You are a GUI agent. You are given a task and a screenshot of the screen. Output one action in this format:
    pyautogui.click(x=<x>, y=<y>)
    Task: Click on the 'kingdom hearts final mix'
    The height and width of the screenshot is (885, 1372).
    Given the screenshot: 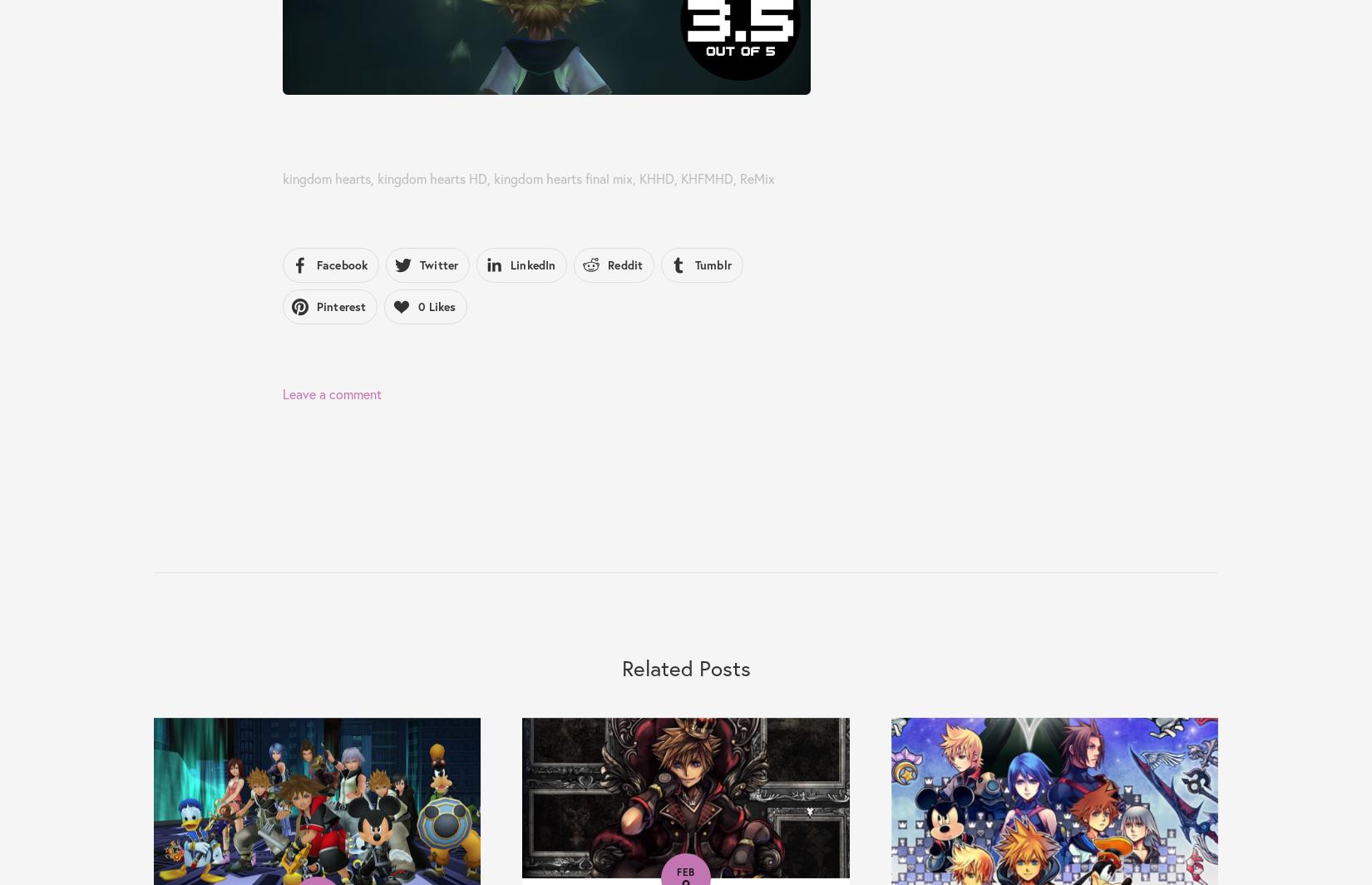 What is the action you would take?
    pyautogui.click(x=562, y=178)
    